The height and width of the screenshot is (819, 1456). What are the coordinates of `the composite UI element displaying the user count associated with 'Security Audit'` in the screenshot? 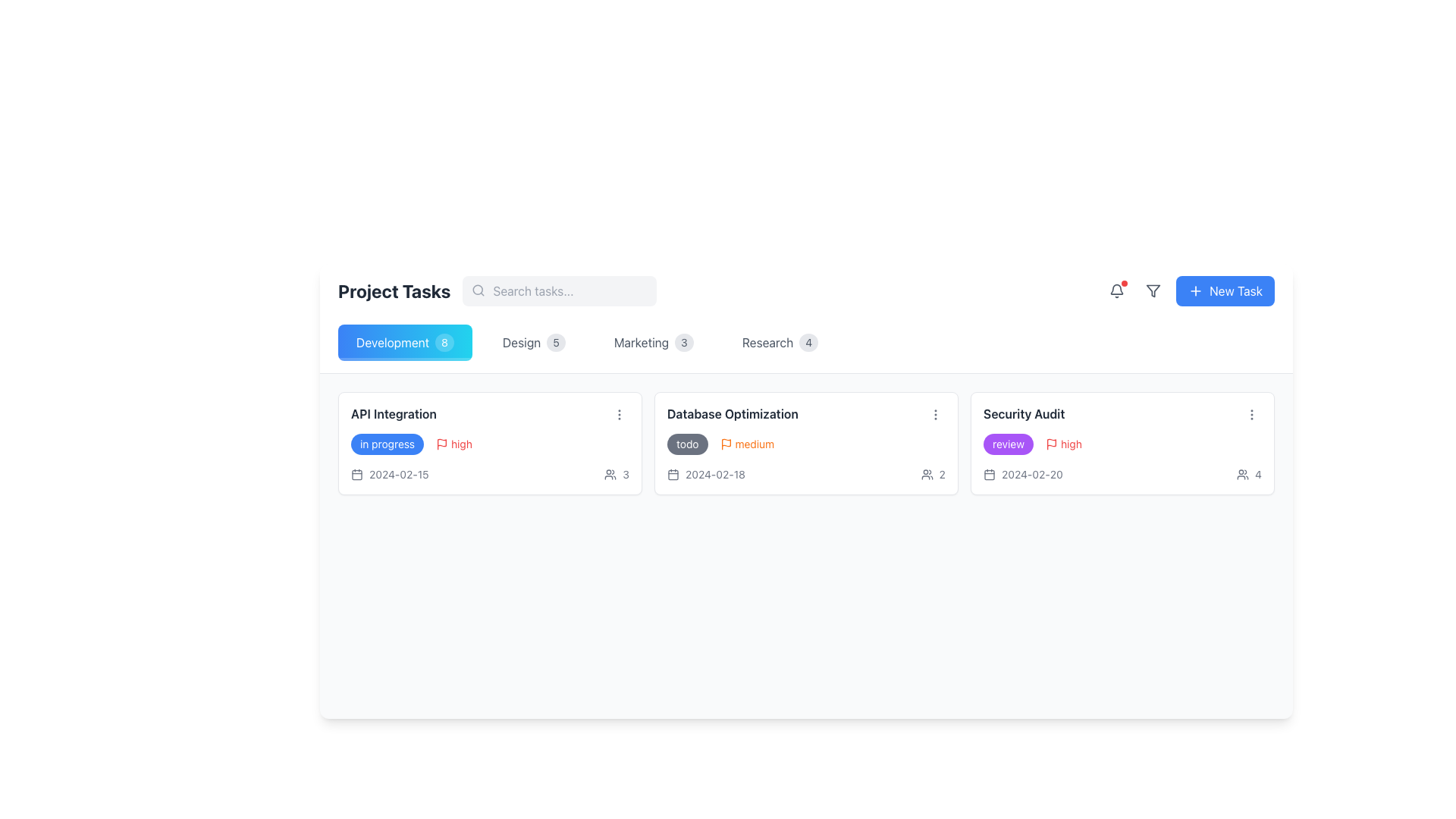 It's located at (1249, 473).